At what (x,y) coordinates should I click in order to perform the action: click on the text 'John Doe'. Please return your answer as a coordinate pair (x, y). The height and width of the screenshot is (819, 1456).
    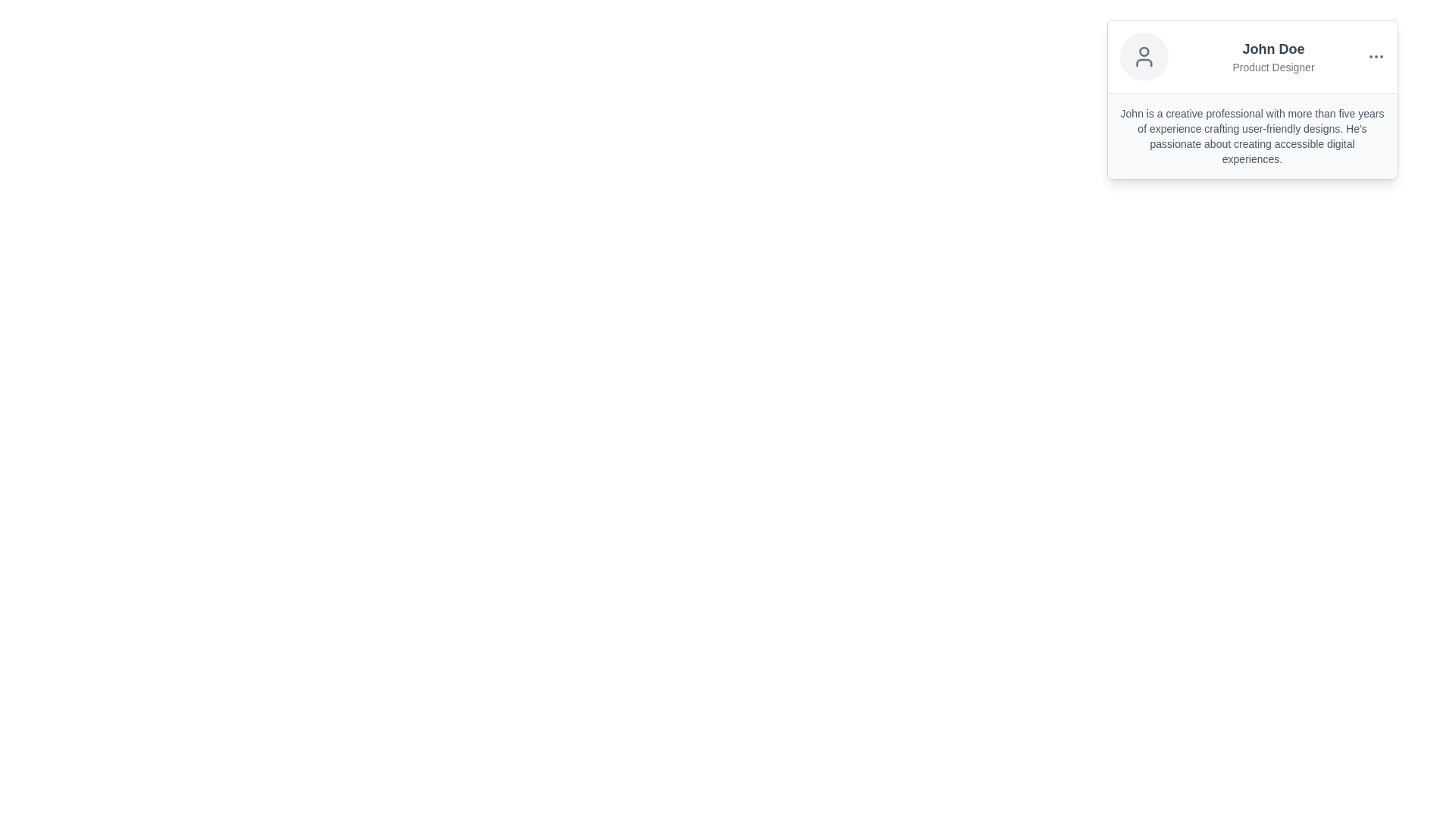
    Looking at the image, I should click on (1252, 55).